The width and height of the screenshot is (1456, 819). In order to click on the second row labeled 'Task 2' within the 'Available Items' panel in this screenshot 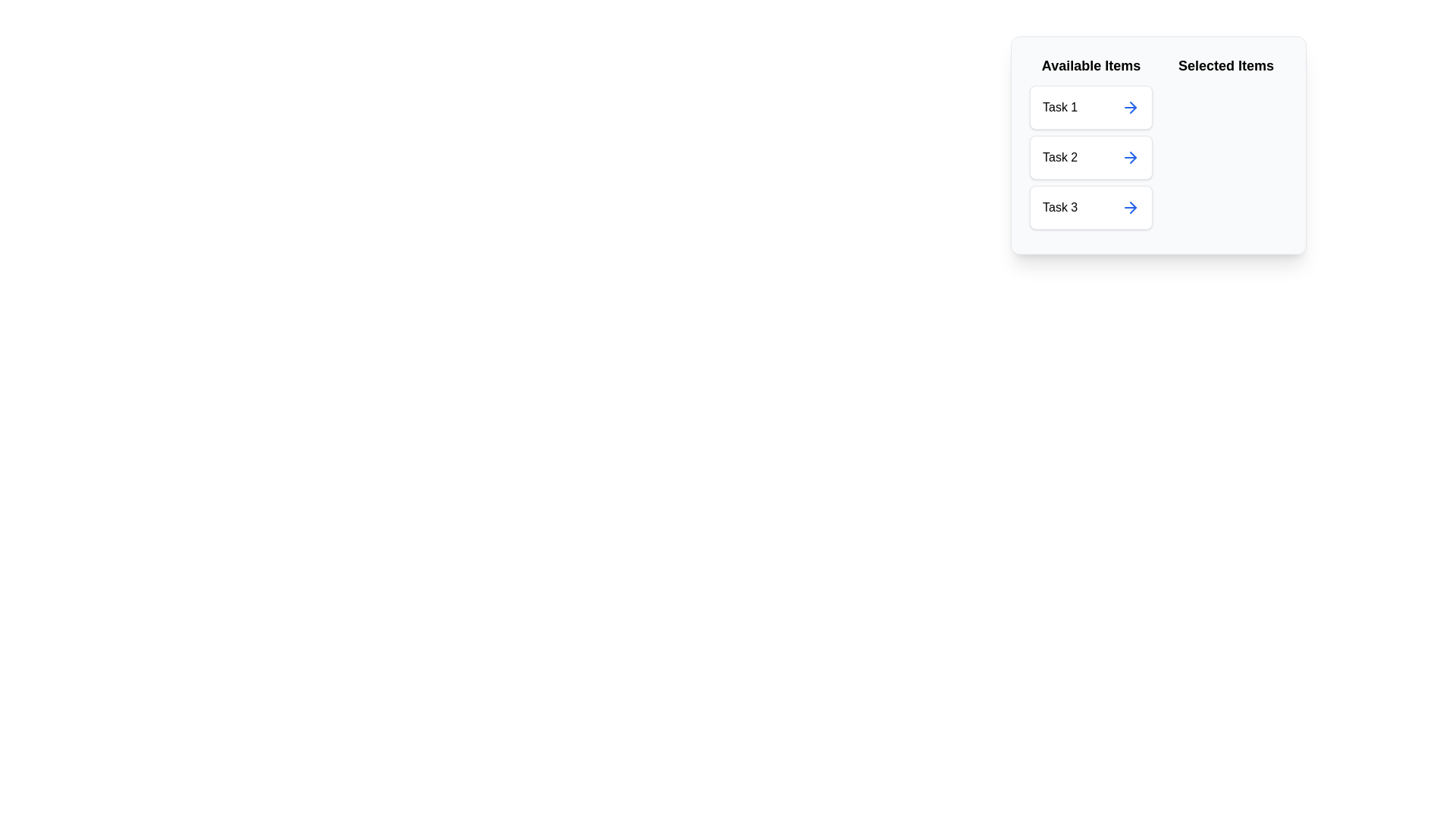, I will do `click(1090, 158)`.